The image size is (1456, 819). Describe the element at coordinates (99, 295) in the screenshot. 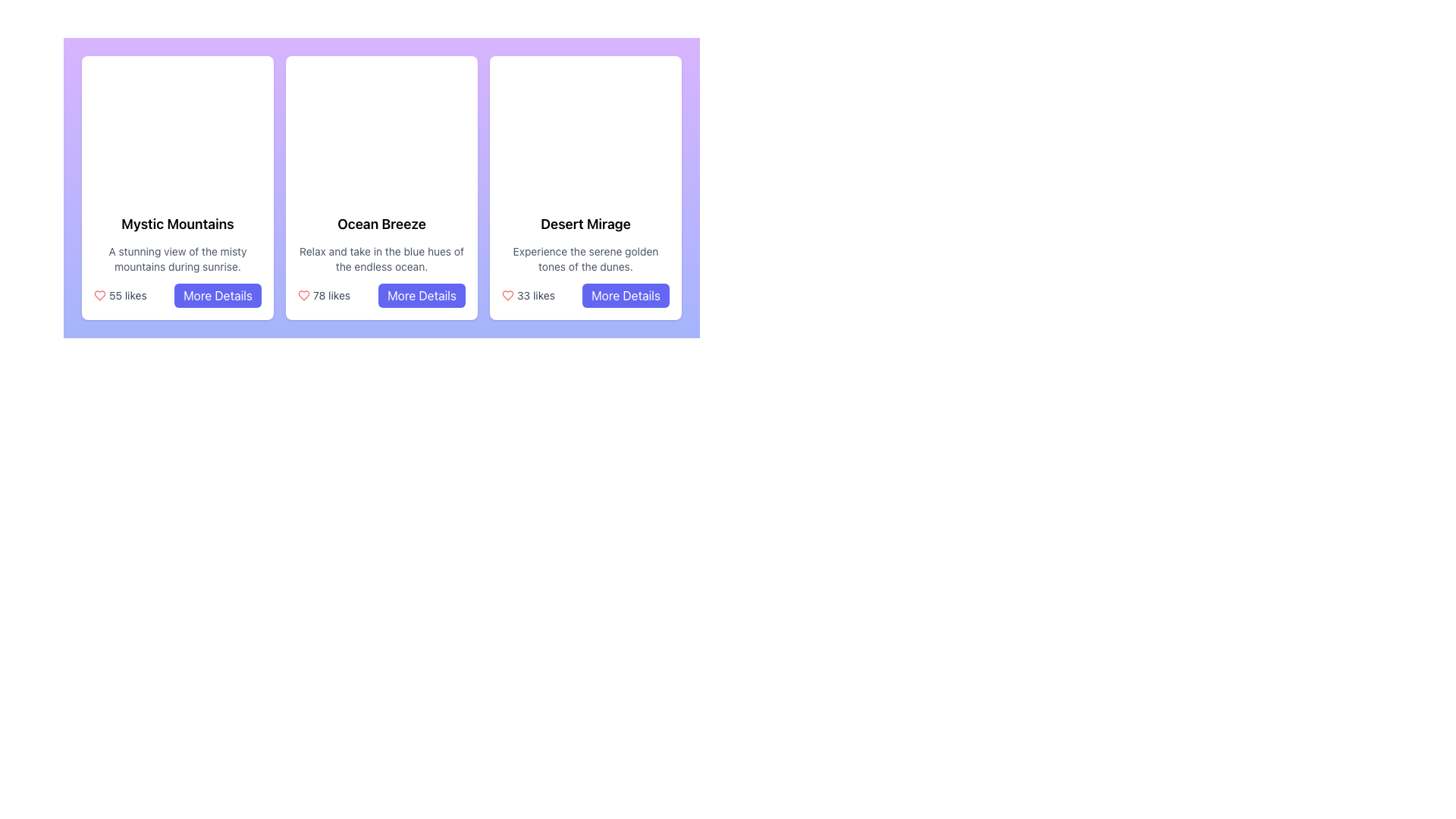

I see `the 'like' icon located above the '55 likes' text in the first card labeled 'Mystic Mountains'` at that location.